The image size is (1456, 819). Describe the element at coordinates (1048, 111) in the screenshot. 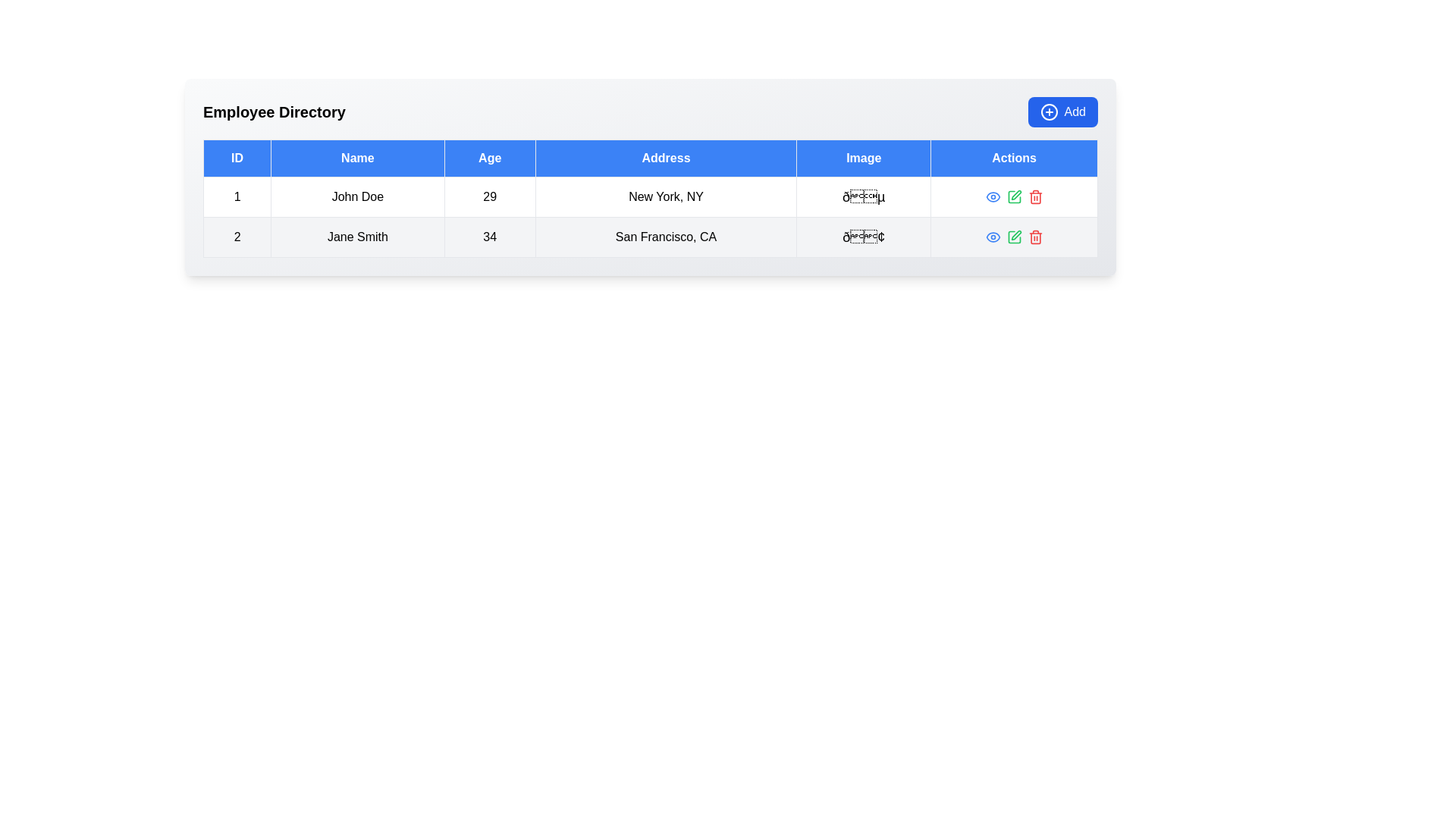

I see `the 'Add' icon located at the top-right corner of the interface, directly to the right of the 'Actions' column header` at that location.